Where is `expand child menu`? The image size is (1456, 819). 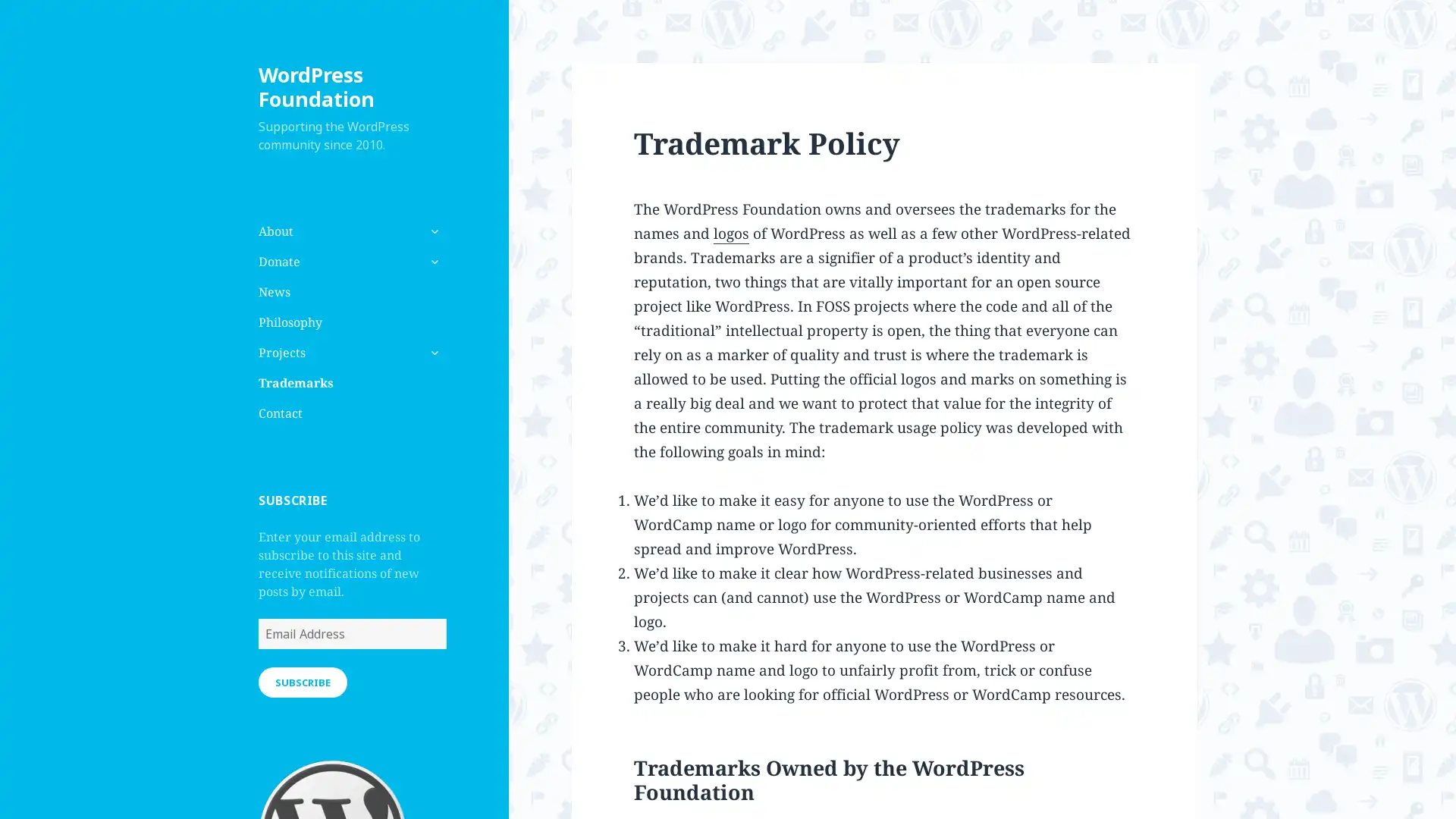
expand child menu is located at coordinates (432, 231).